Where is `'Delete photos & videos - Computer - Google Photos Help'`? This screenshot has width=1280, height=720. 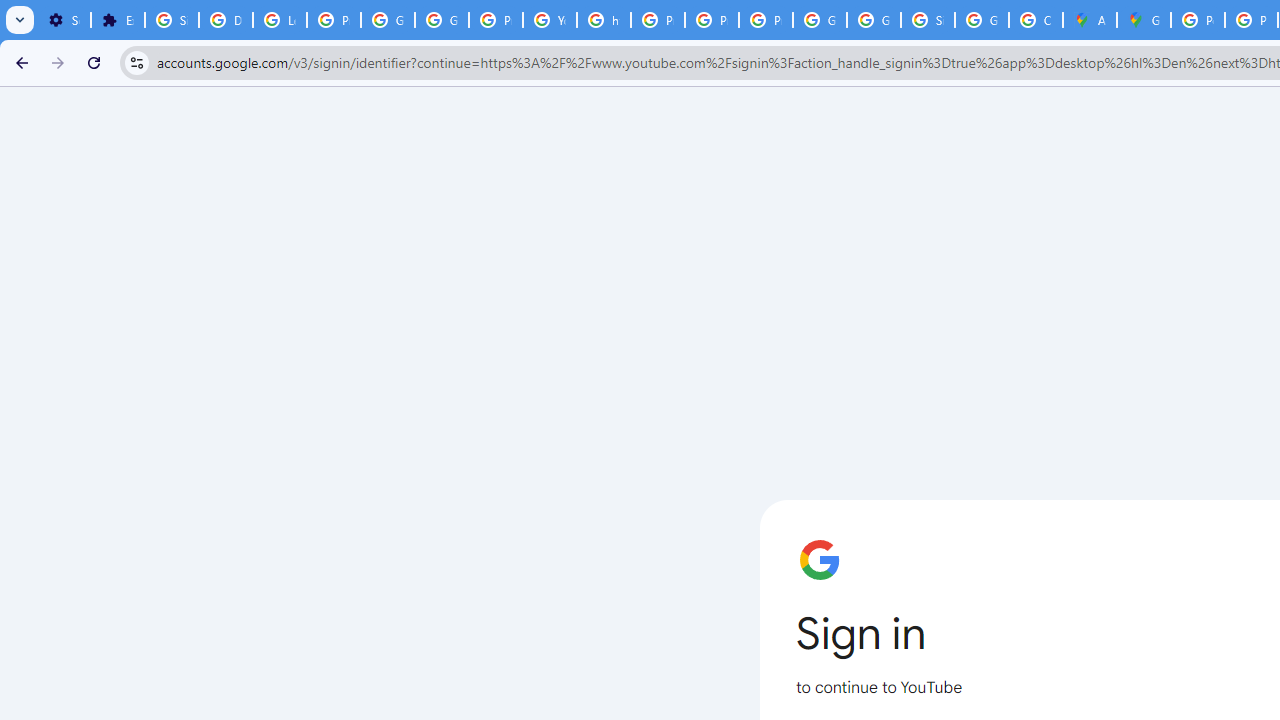 'Delete photos & videos - Computer - Google Photos Help' is located at coordinates (225, 20).